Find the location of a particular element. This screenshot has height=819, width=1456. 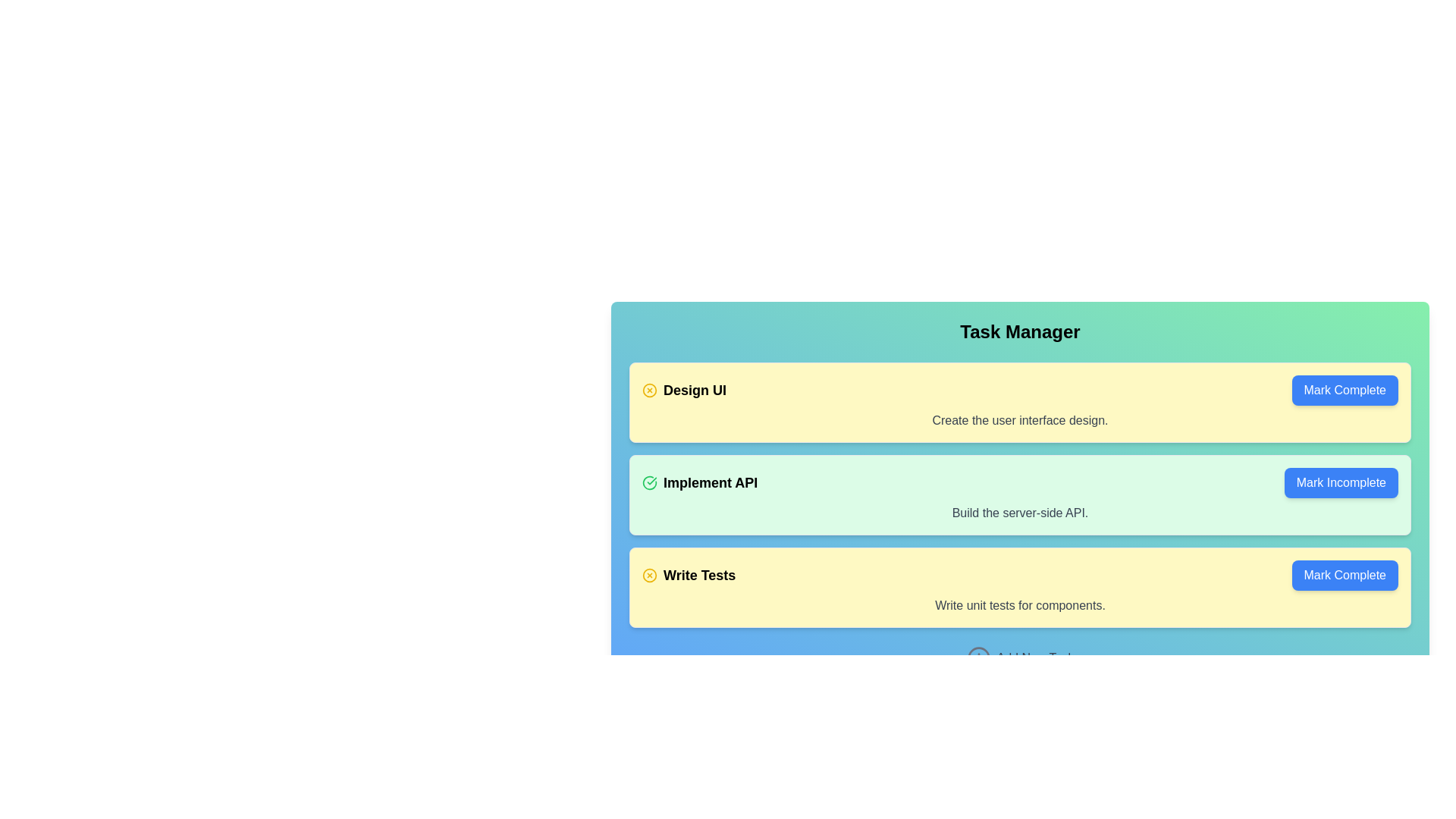

the Text label providing additional information about the 'Write Tests' task is located at coordinates (1020, 604).